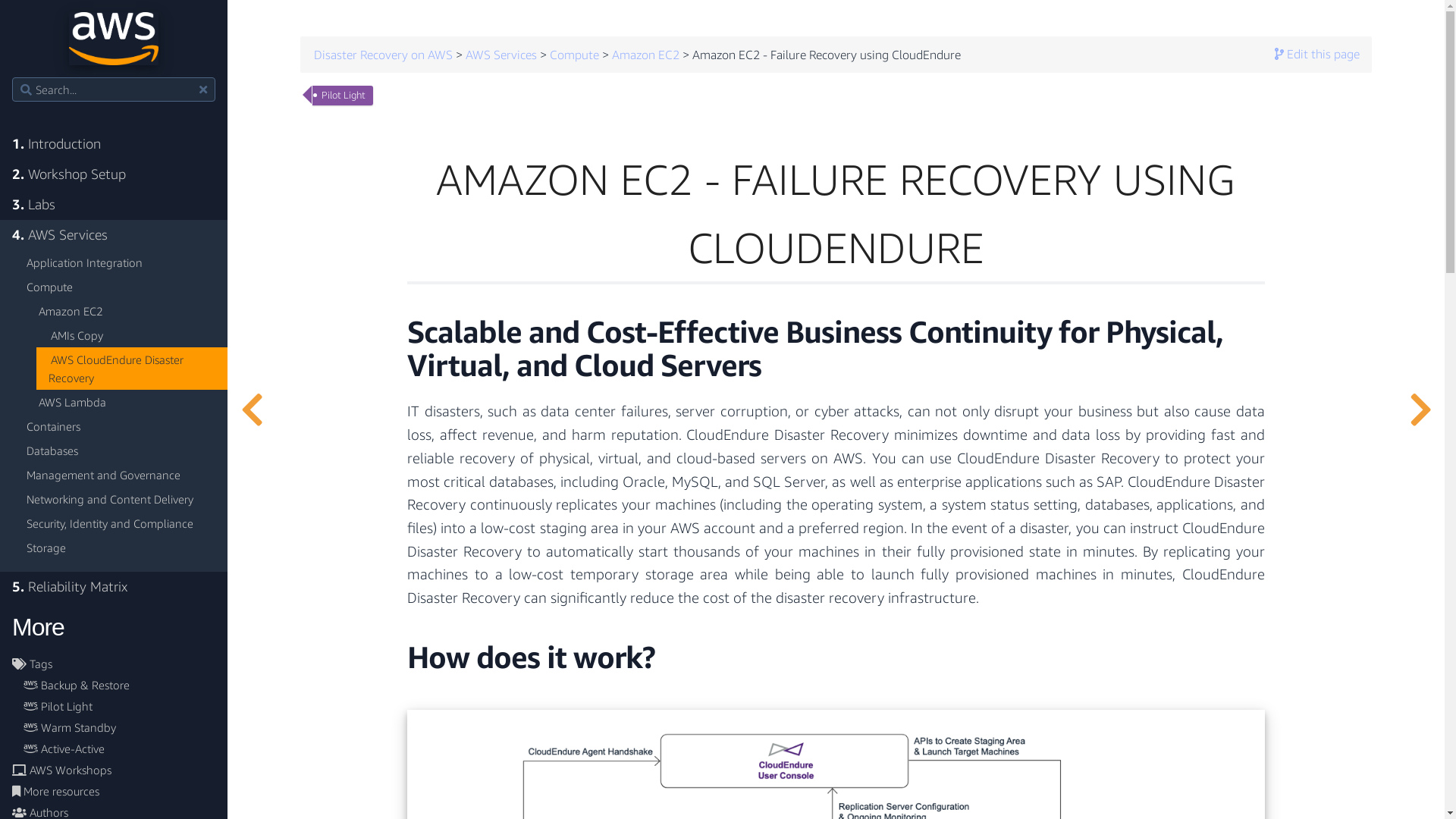 This screenshot has width=1456, height=819. Describe the element at coordinates (11, 205) in the screenshot. I see `'3. Labs'` at that location.